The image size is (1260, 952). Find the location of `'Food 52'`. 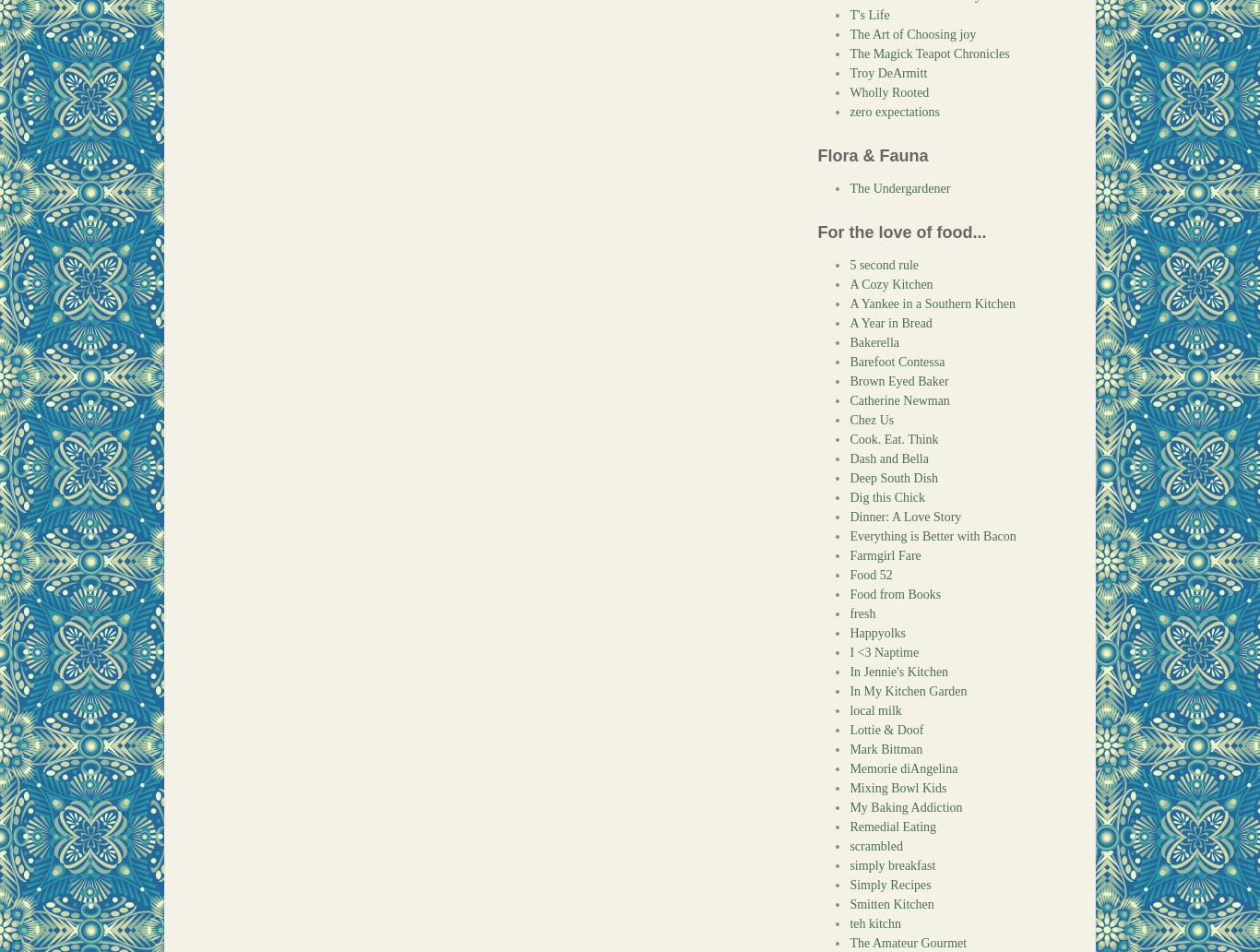

'Food 52' is located at coordinates (871, 575).